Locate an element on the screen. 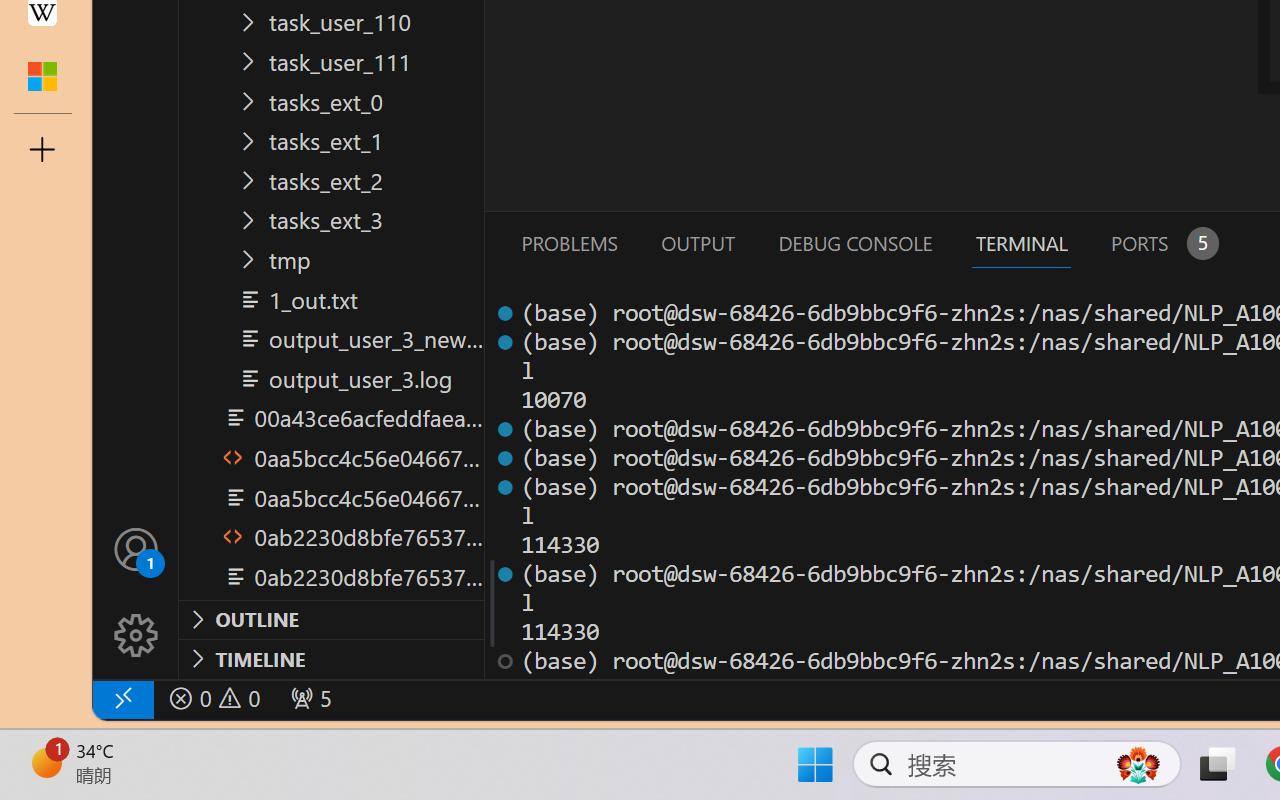 Image resolution: width=1280 pixels, height=800 pixels. 'Forwarded Ports: 36301, 47065, 38781, 45817, 50331' is located at coordinates (308, 698).